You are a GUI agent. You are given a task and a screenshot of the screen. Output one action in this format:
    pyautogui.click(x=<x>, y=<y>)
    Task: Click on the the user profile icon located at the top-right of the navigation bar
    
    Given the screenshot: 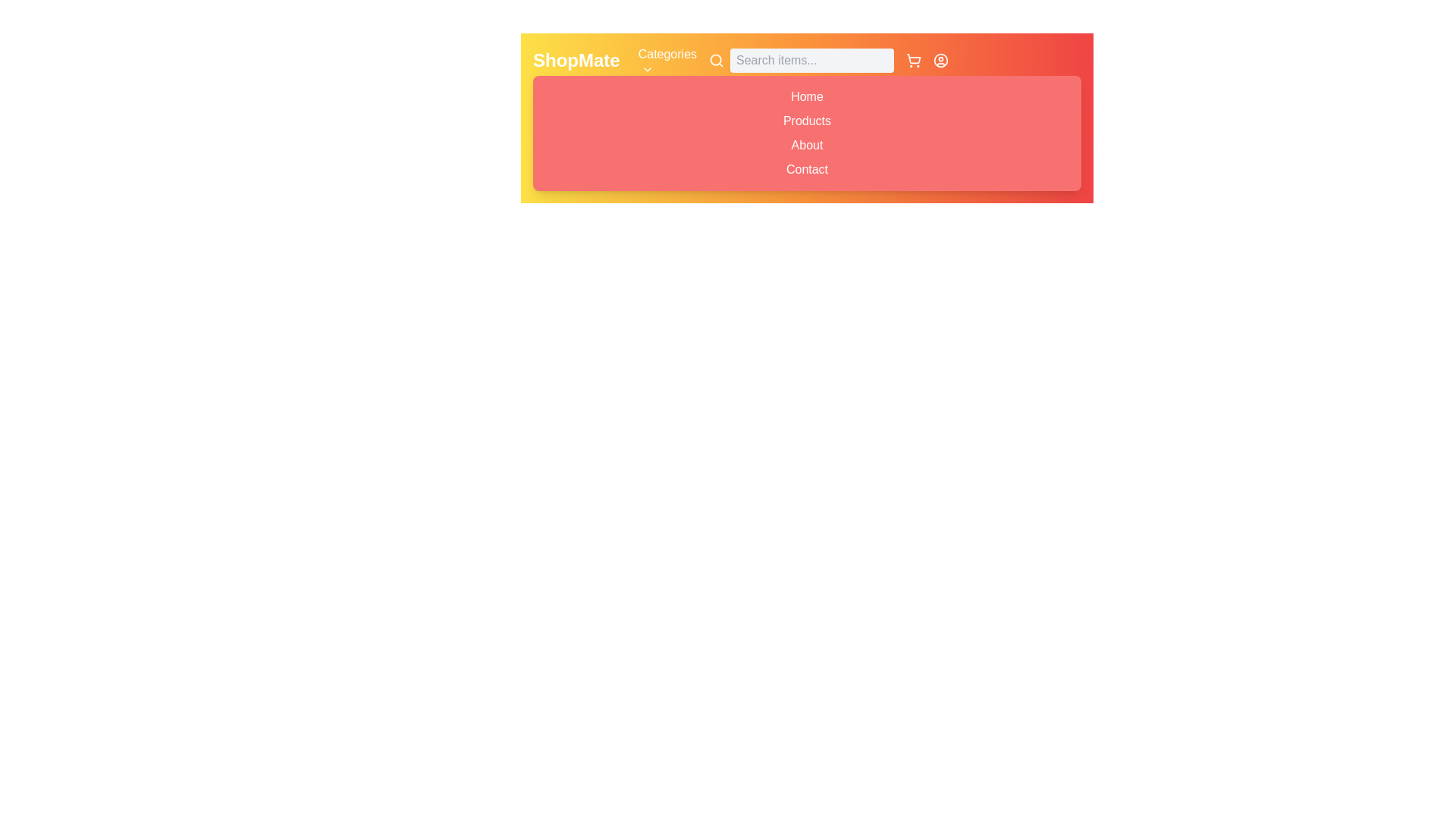 What is the action you would take?
    pyautogui.click(x=940, y=60)
    